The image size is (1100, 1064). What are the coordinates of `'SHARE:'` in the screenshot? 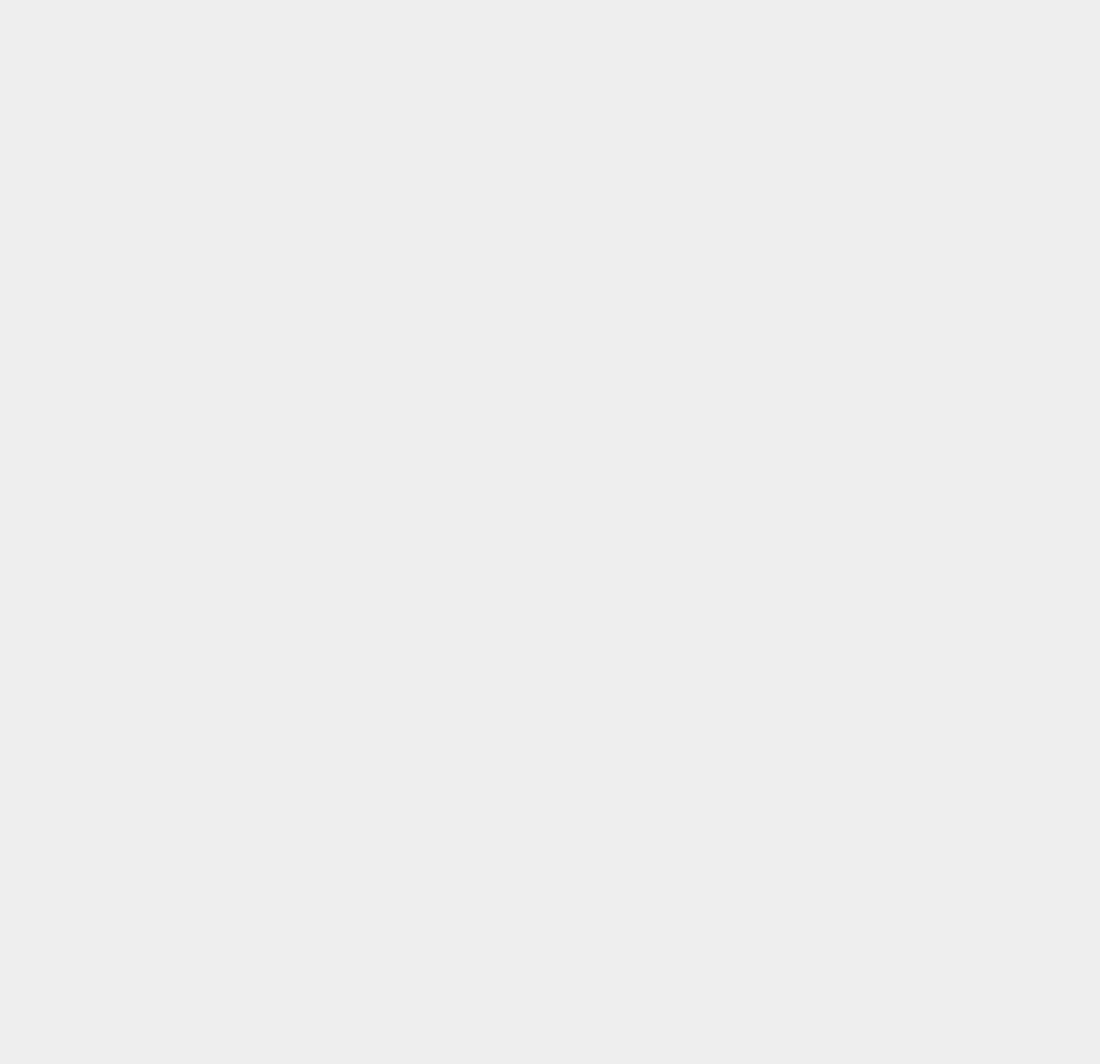 It's located at (42, 602).